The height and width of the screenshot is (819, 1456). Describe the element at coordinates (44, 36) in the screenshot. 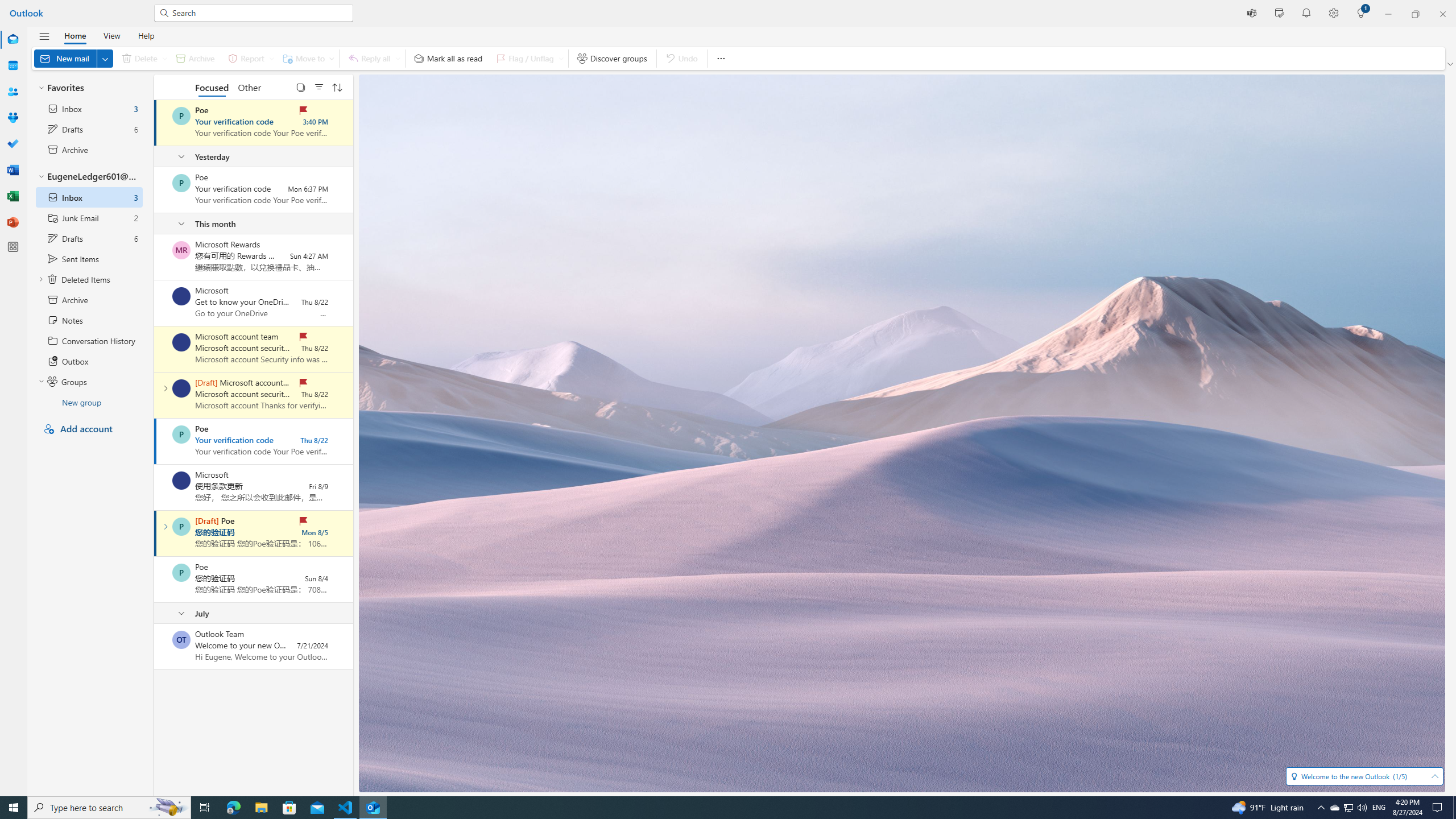

I see `'Hide navigation pane'` at that location.